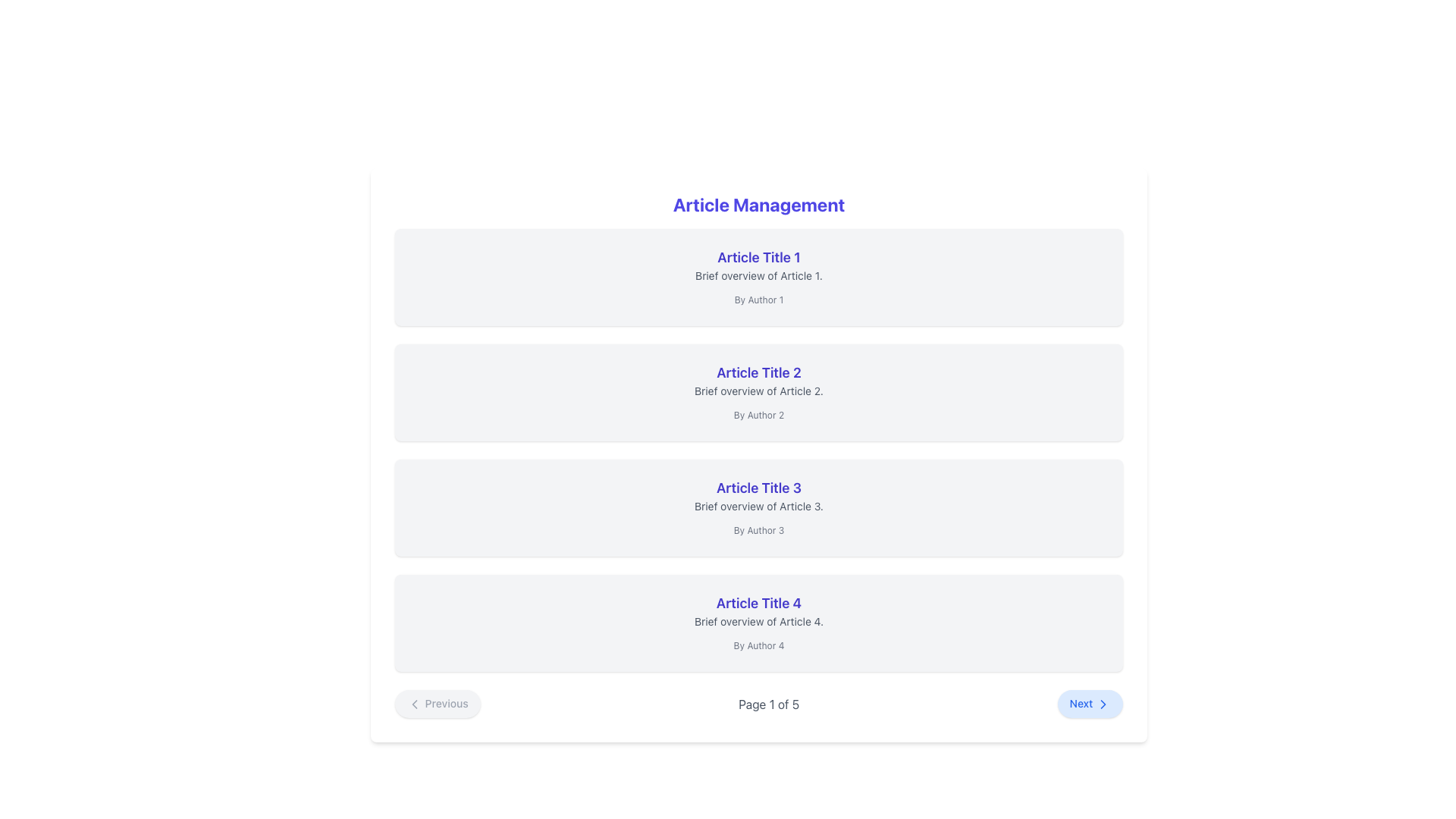 Image resolution: width=1456 pixels, height=819 pixels. Describe the element at coordinates (1103, 704) in the screenshot. I see `visual indicator icon located at the bottom right corner of the interface, which functions as a 'Next' button` at that location.